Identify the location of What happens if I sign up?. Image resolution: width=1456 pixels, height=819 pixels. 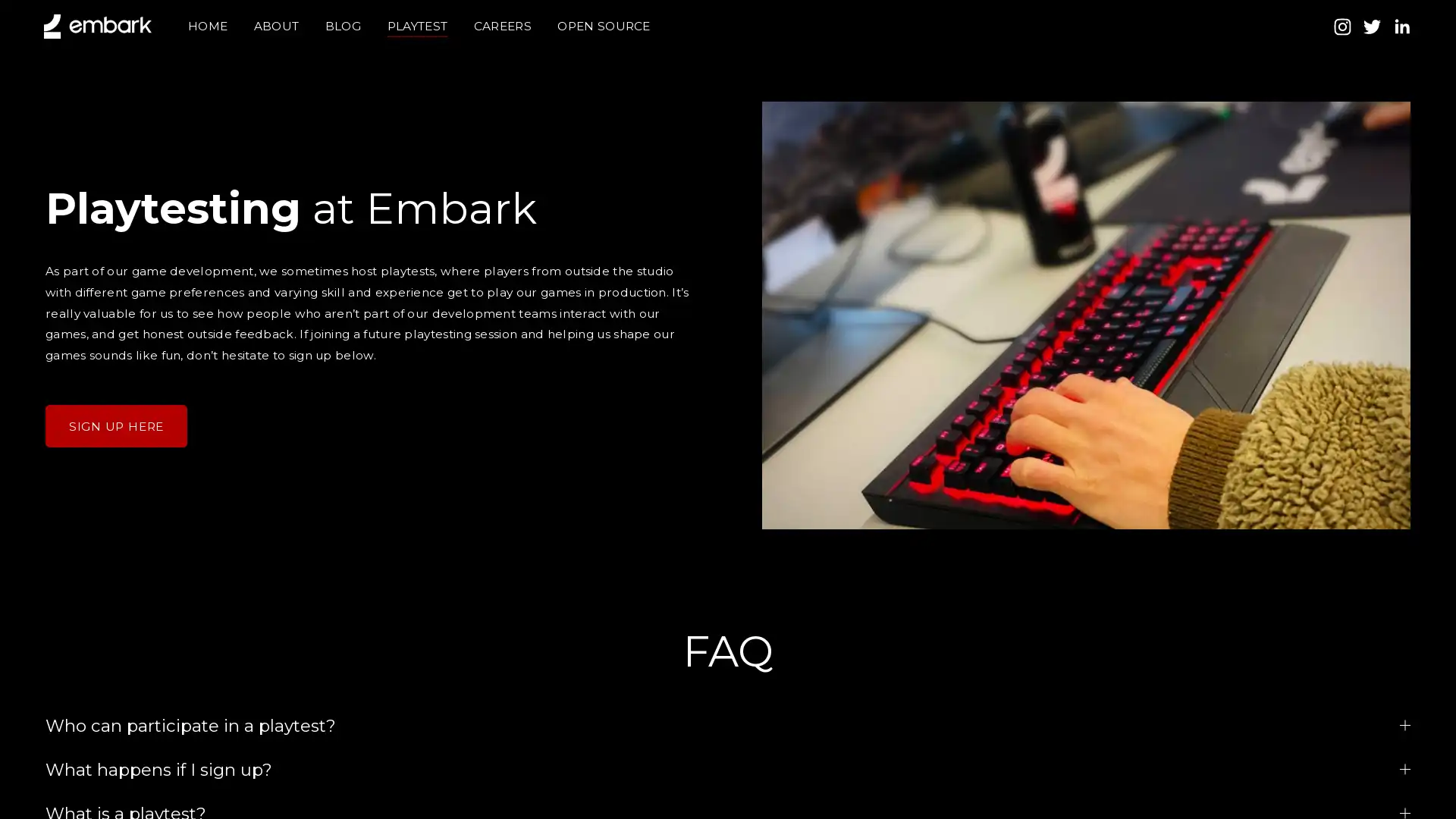
(728, 769).